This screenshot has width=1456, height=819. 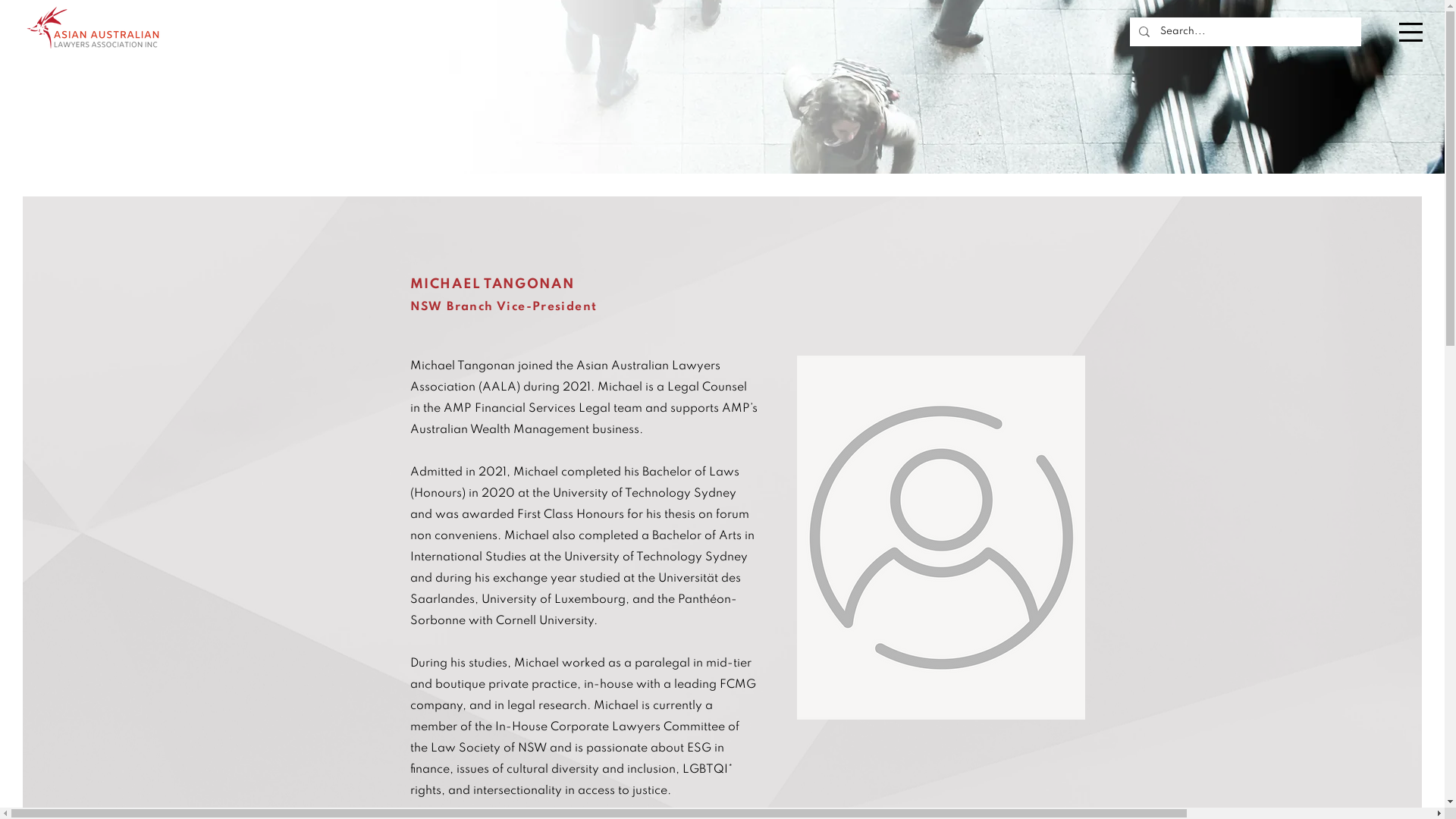 I want to click on 'Placeholder.png', so click(x=939, y=537).